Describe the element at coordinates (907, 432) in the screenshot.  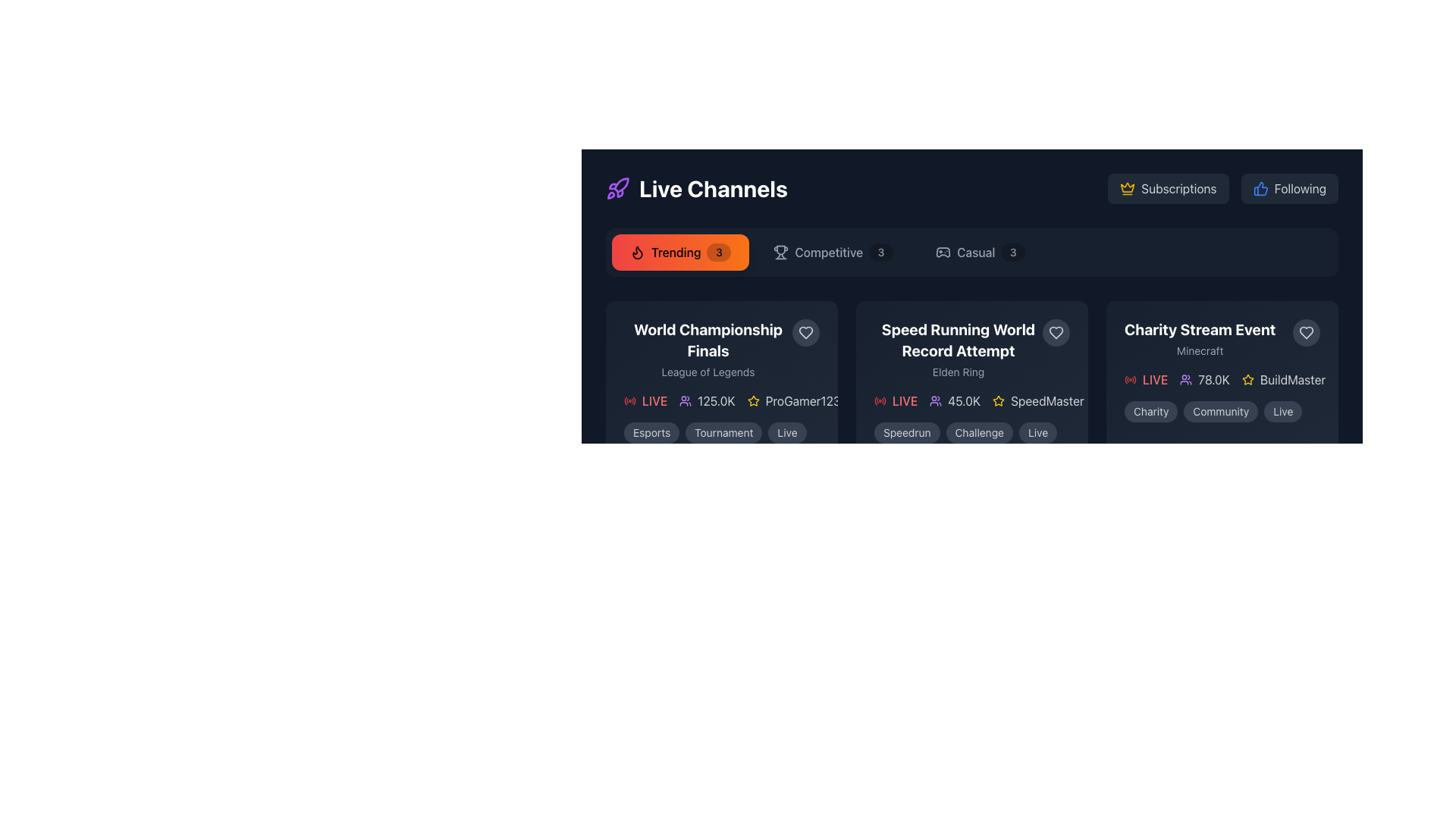
I see `the 'Speedrun' label, which is a pill-shaped label with dark gray background and lighter gray text, located at the bottom of the 'Speed Running World Record Attempt' card in the 'Live Channels' section` at that location.